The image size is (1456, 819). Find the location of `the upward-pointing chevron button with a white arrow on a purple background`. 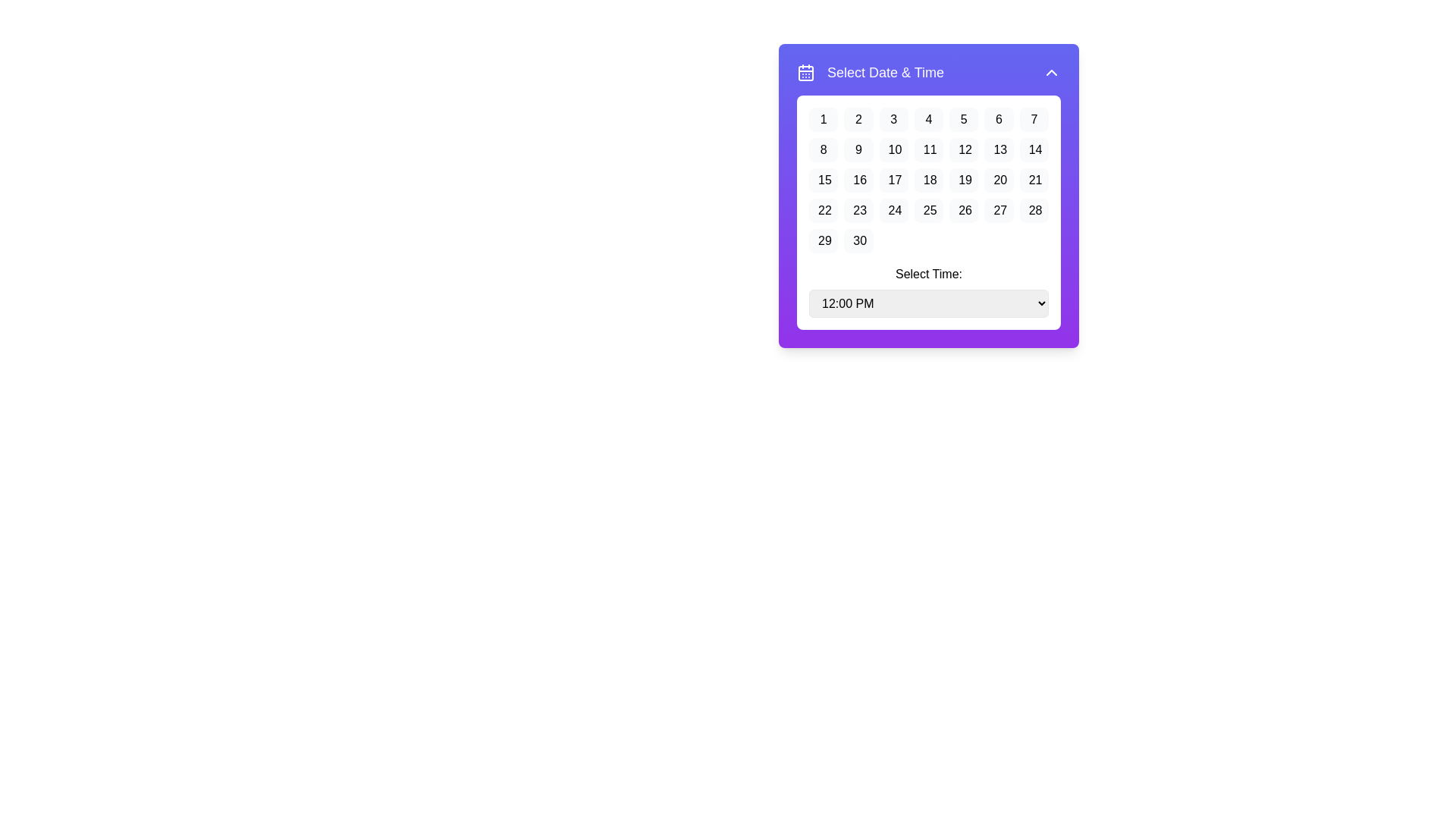

the upward-pointing chevron button with a white arrow on a purple background is located at coordinates (1051, 73).